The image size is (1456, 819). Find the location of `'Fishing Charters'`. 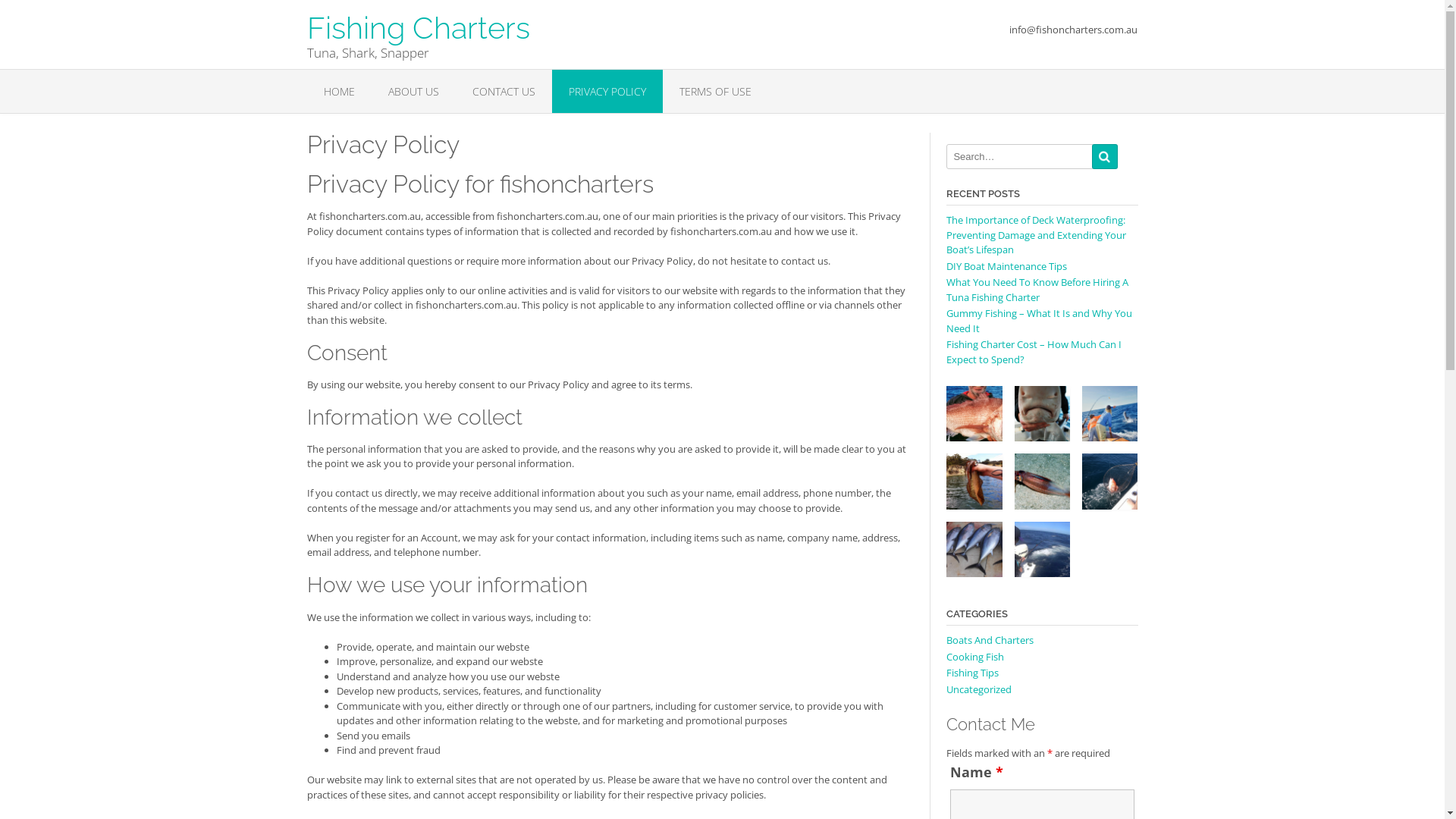

'Fishing Charters' is located at coordinates (418, 21).